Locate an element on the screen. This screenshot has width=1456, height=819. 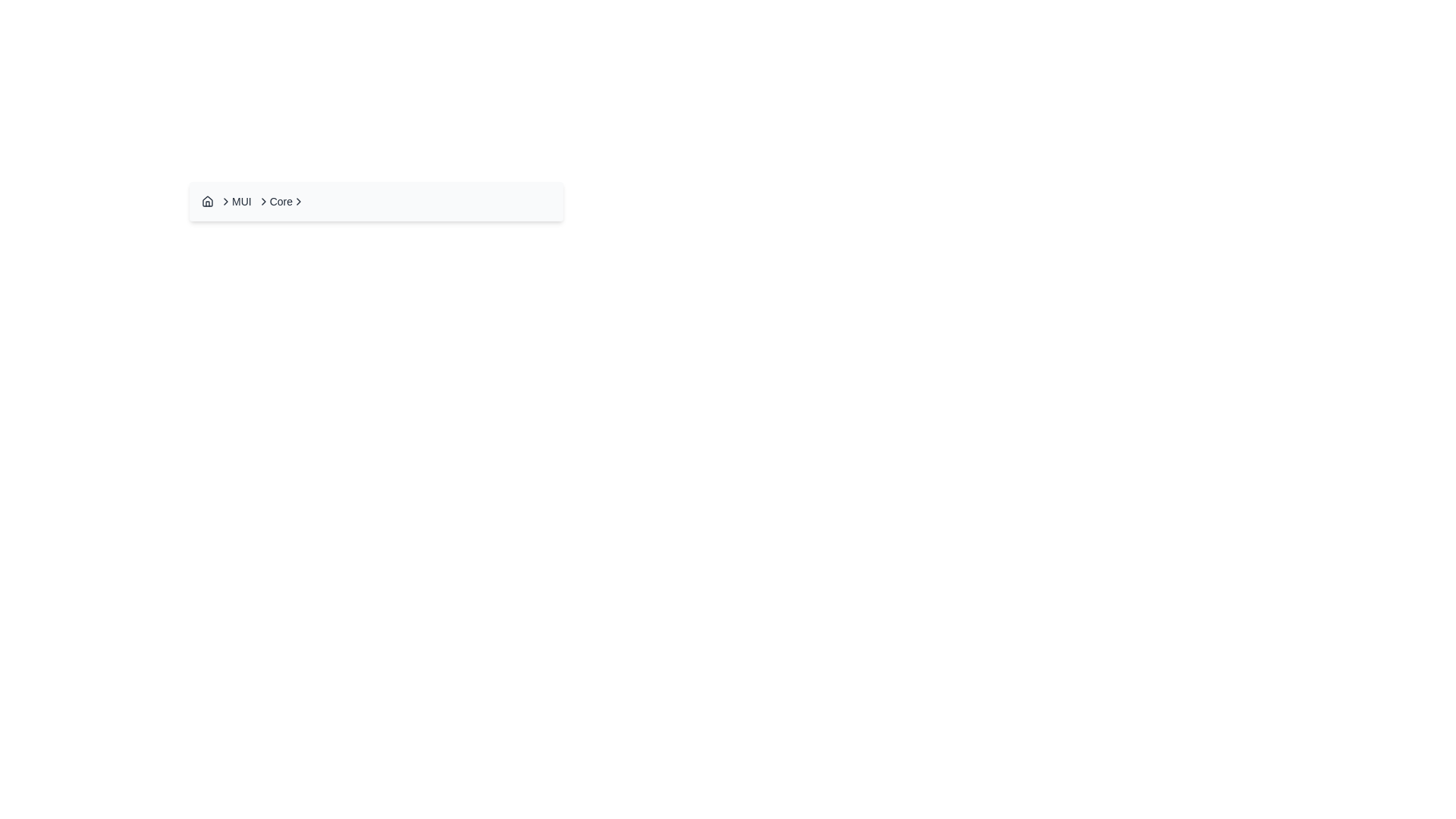
the navigation icon that represents the homepage, located immediately to the left of the text 'MUI' is located at coordinates (206, 201).